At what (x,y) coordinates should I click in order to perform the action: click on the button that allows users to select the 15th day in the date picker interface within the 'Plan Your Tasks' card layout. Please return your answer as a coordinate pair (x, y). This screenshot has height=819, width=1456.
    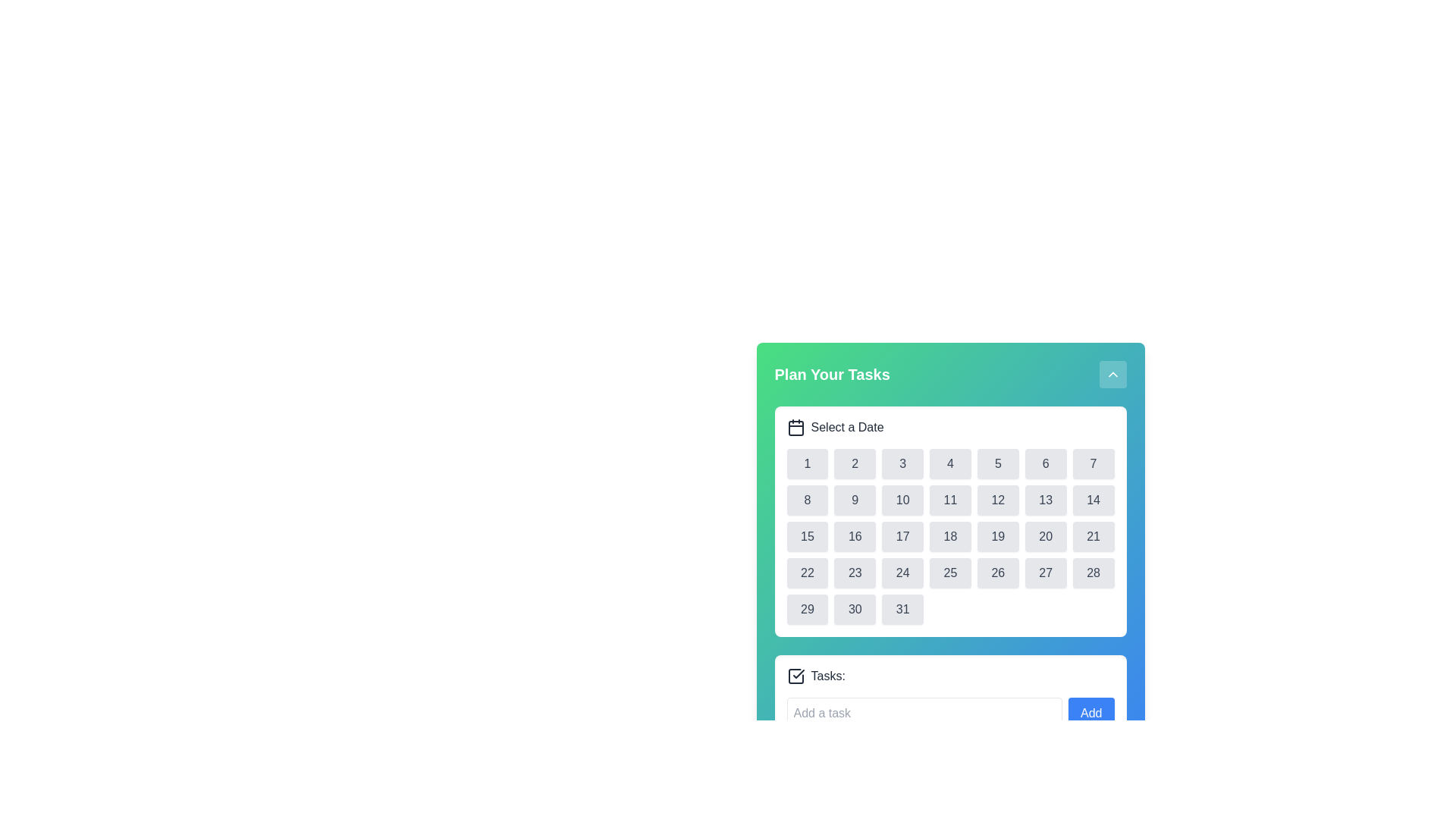
    Looking at the image, I should click on (806, 536).